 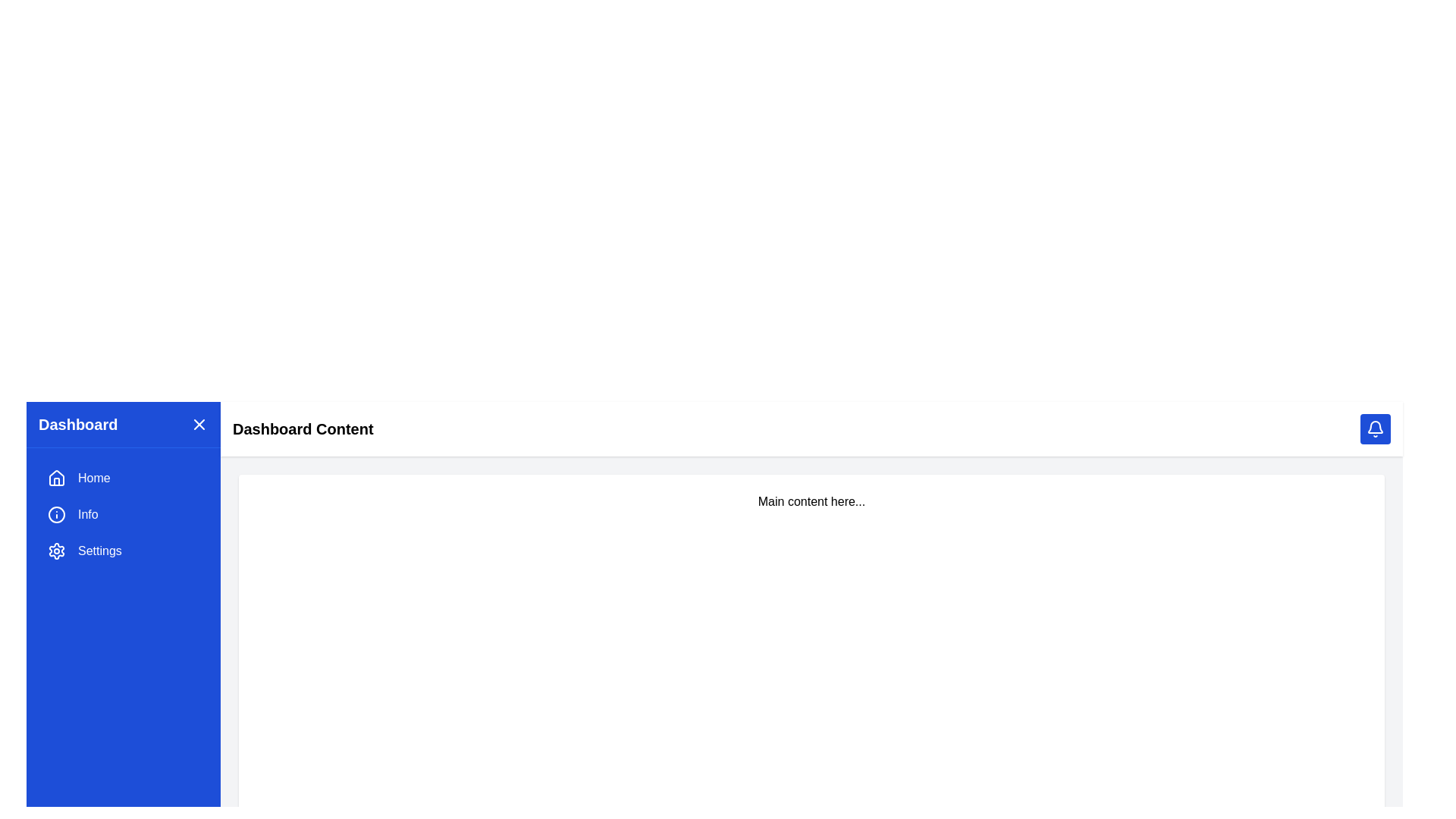 What do you see at coordinates (124, 479) in the screenshot?
I see `the navigation button leading to the 'Home' section, located in the vertical list on the left sidebar above 'Info' and 'Settings'` at bounding box center [124, 479].